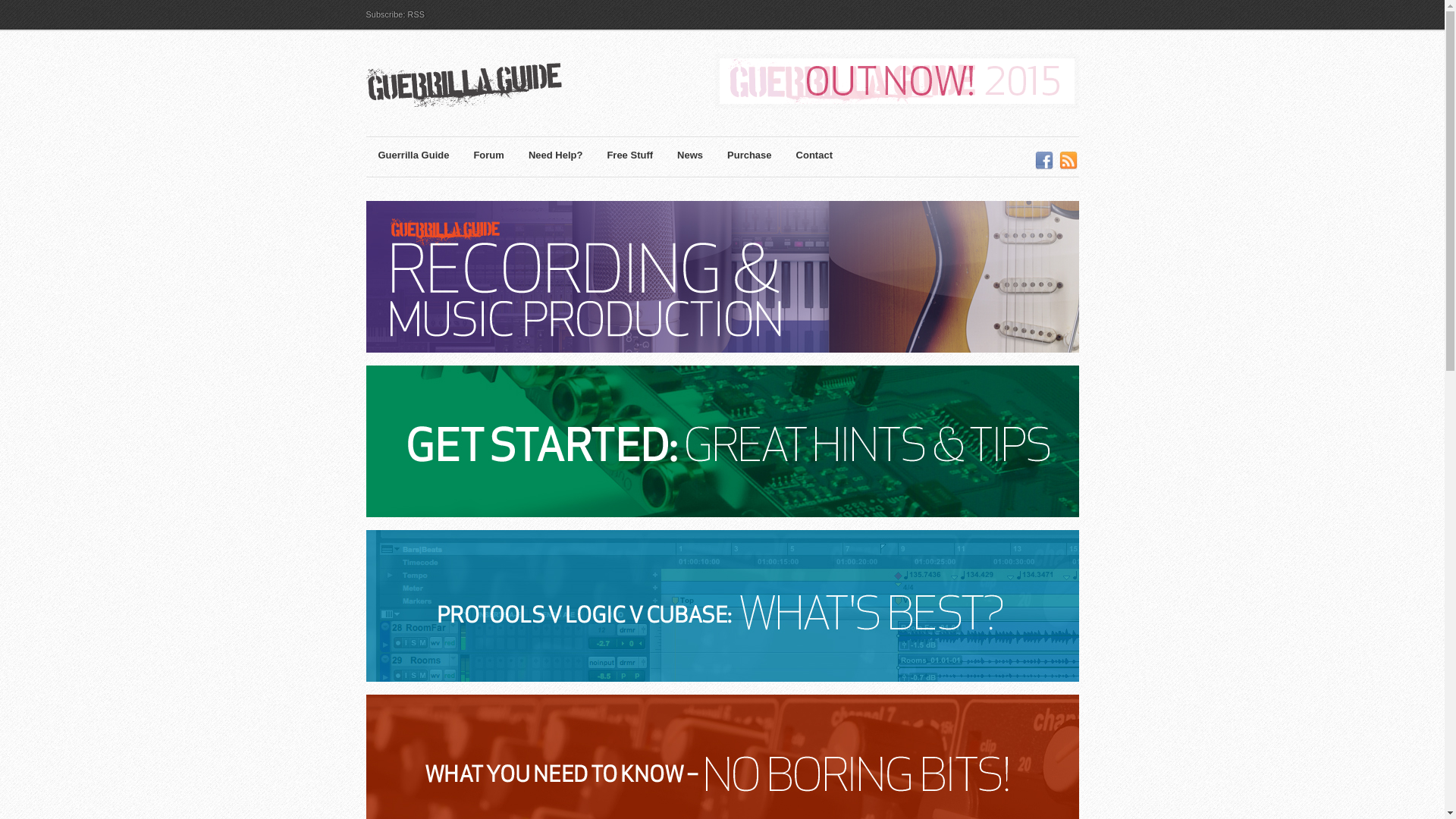 This screenshot has width=1456, height=819. Describe the element at coordinates (1043, 161) in the screenshot. I see `'Facebook'` at that location.